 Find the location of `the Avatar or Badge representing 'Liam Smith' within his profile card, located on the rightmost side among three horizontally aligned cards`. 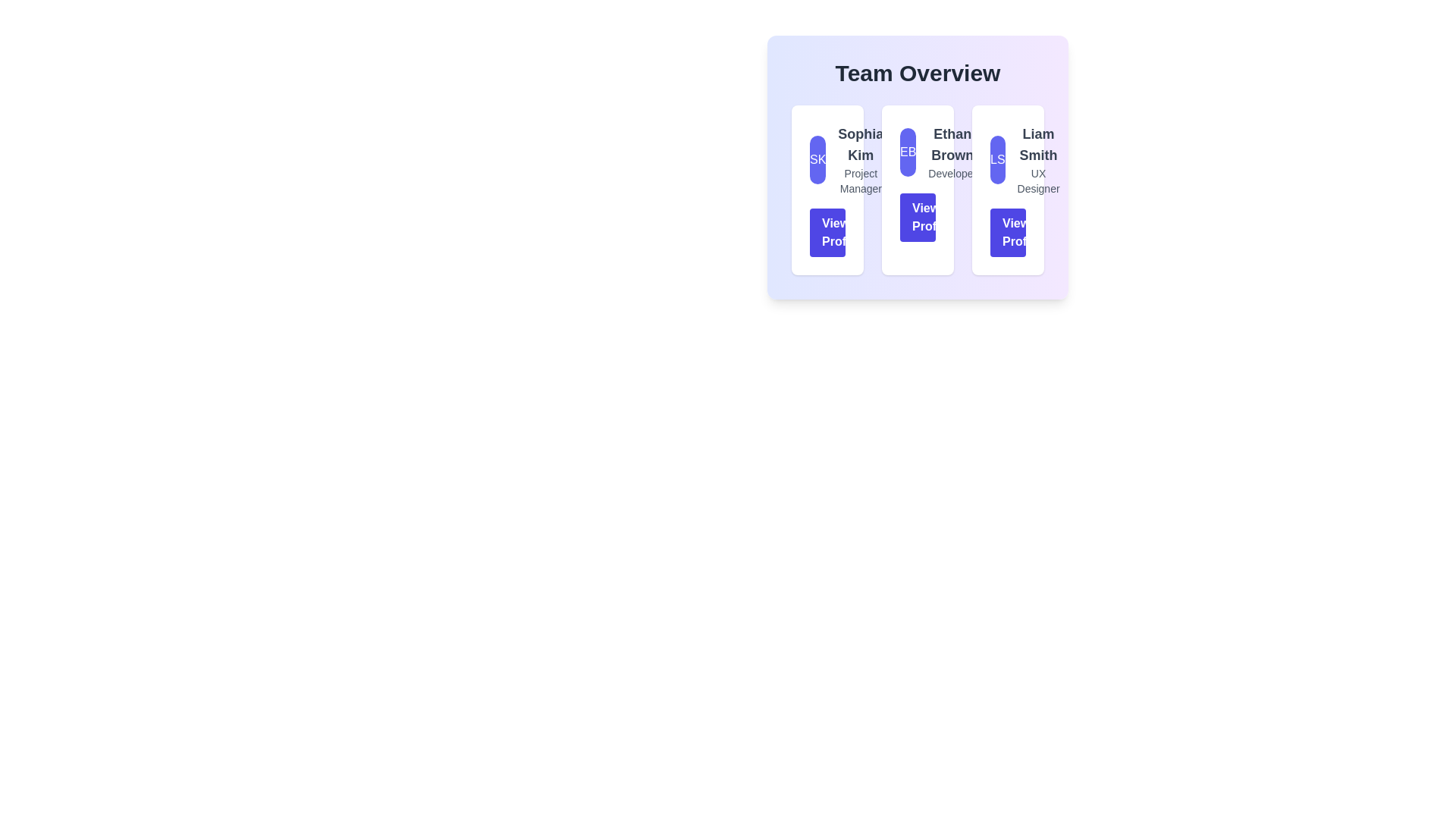

the Avatar or Badge representing 'Liam Smith' within his profile card, located on the rightmost side among three horizontally aligned cards is located at coordinates (997, 160).